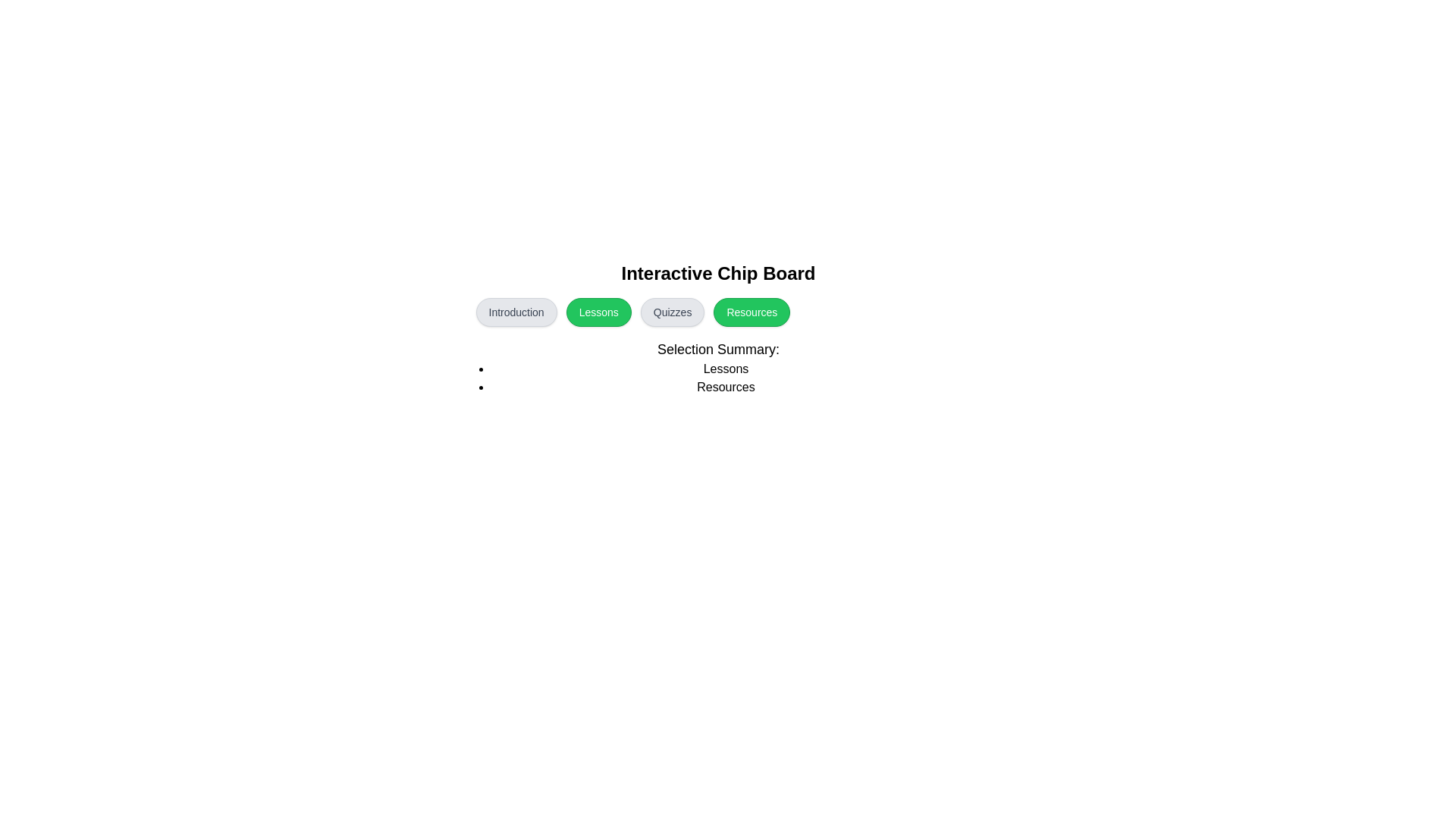  Describe the element at coordinates (516, 312) in the screenshot. I see `the pill-shaped button labeled 'Introduction' with a gray background` at that location.